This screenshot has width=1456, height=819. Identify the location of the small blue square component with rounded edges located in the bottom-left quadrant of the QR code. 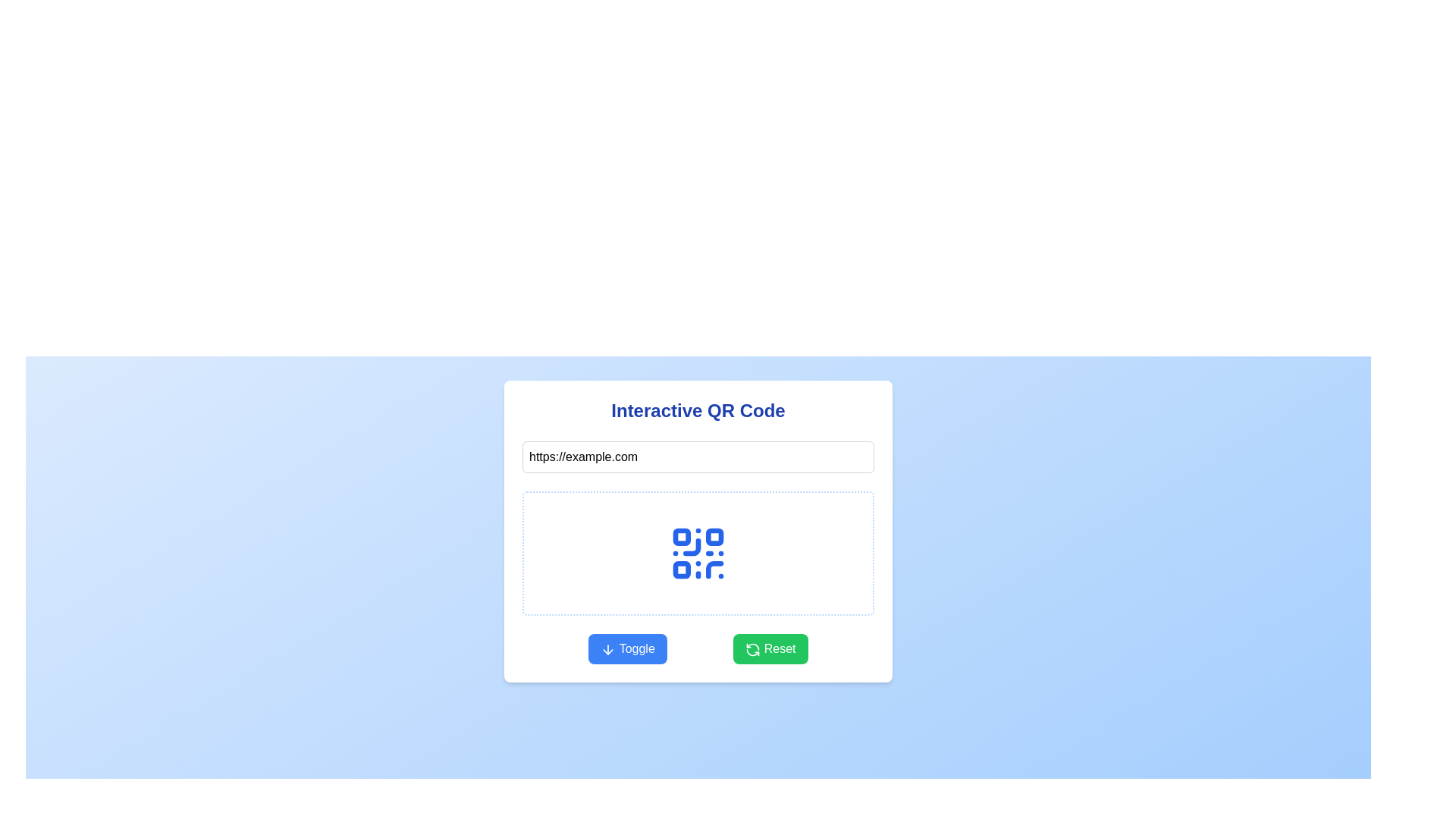
(681, 570).